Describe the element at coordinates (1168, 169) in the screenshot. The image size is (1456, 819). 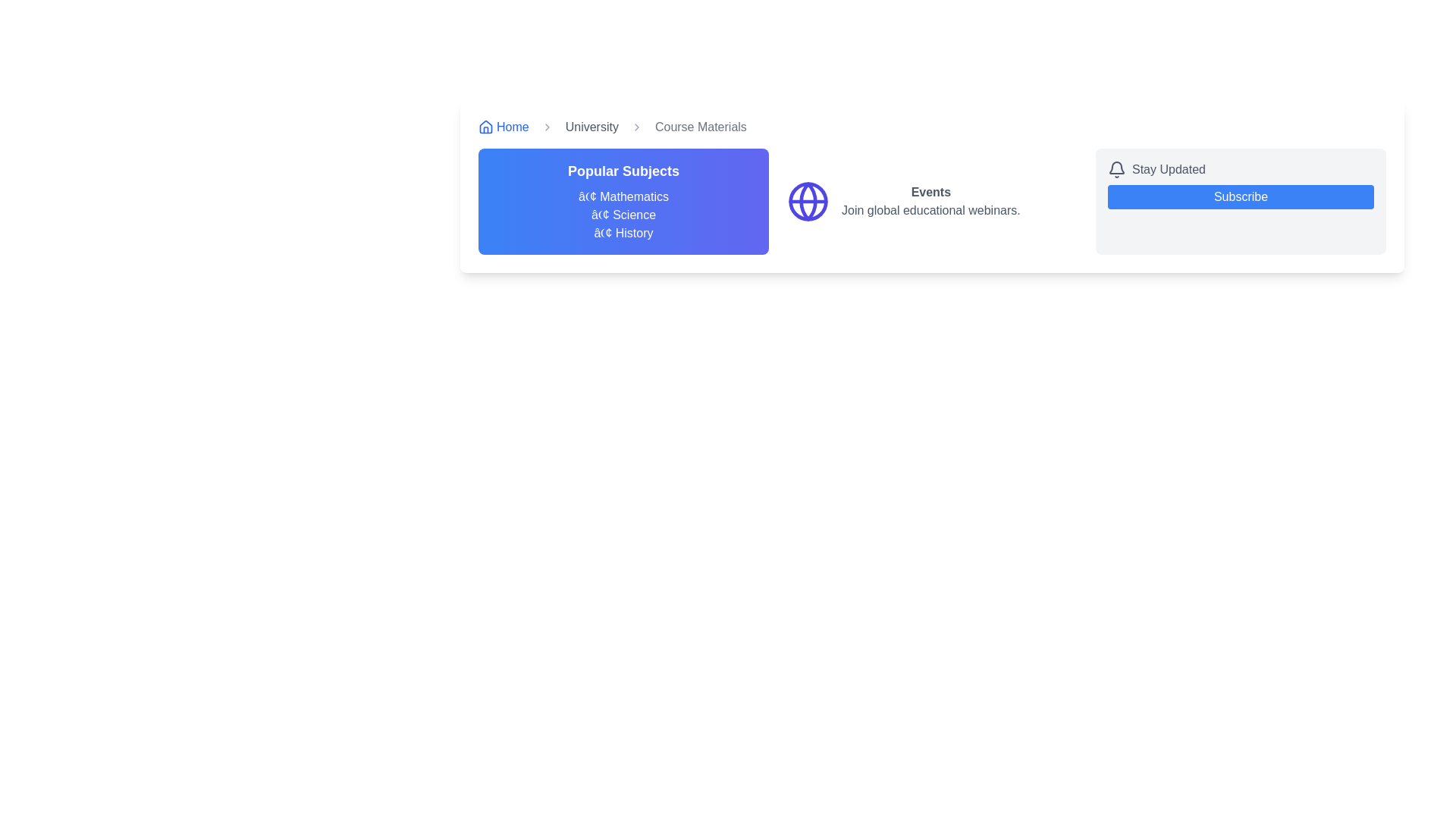
I see `the text label located in the upper-right segment of the layout, which describes the purpose of staying informed or subscribing for updates` at that location.